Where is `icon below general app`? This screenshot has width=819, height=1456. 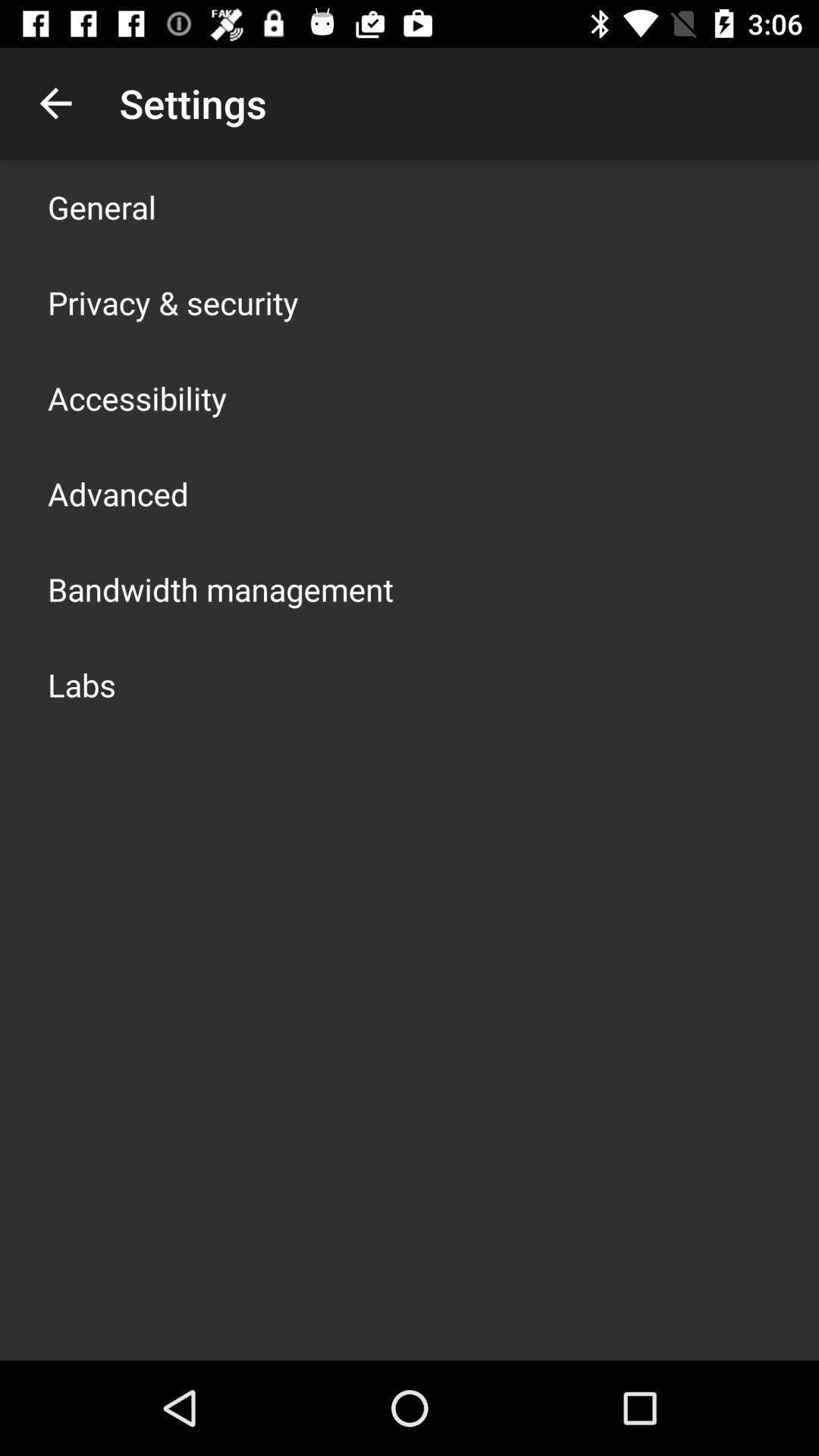 icon below general app is located at coordinates (172, 302).